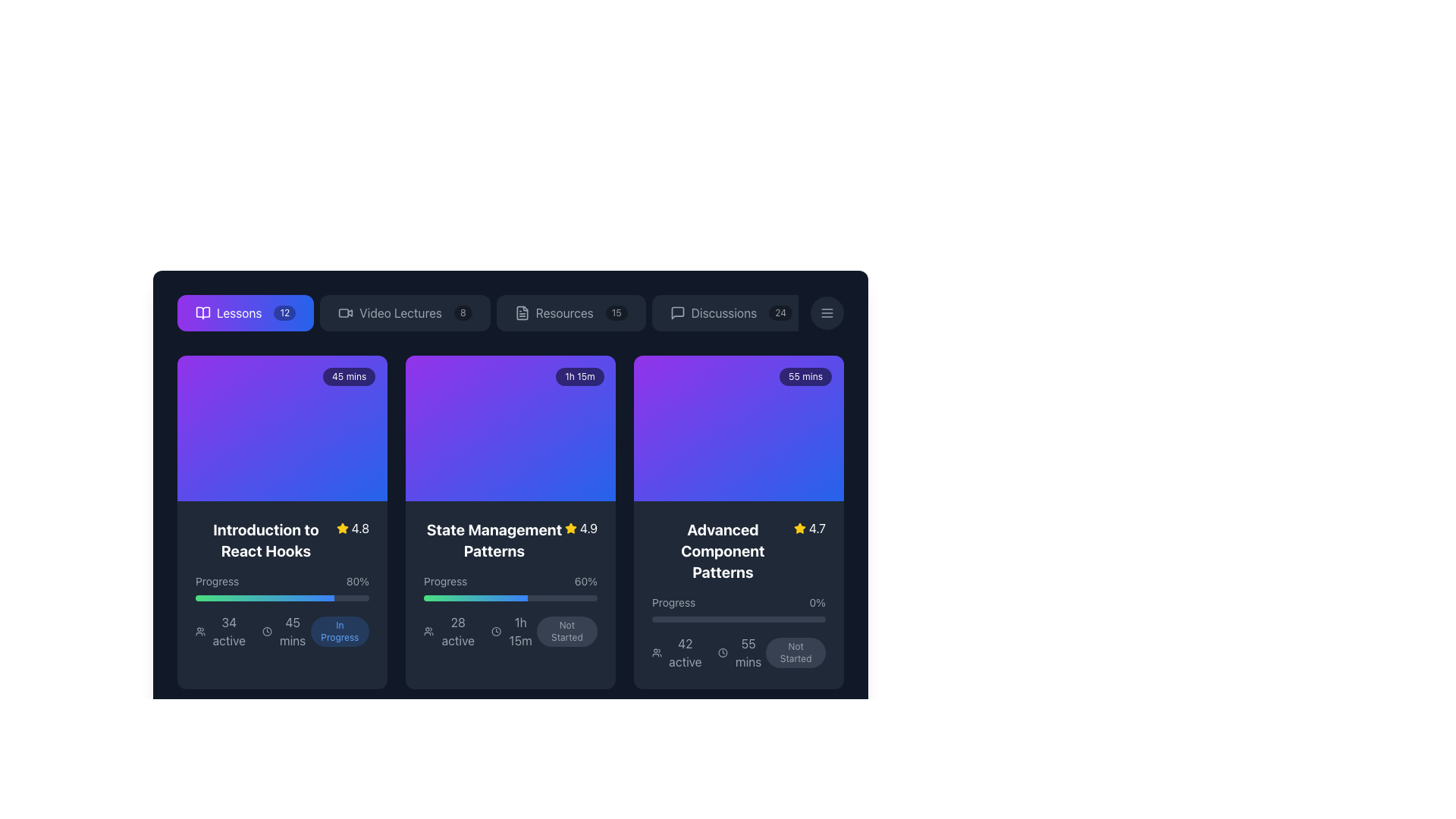 The width and height of the screenshot is (1456, 819). What do you see at coordinates (215, 598) in the screenshot?
I see `the progress bar` at bounding box center [215, 598].